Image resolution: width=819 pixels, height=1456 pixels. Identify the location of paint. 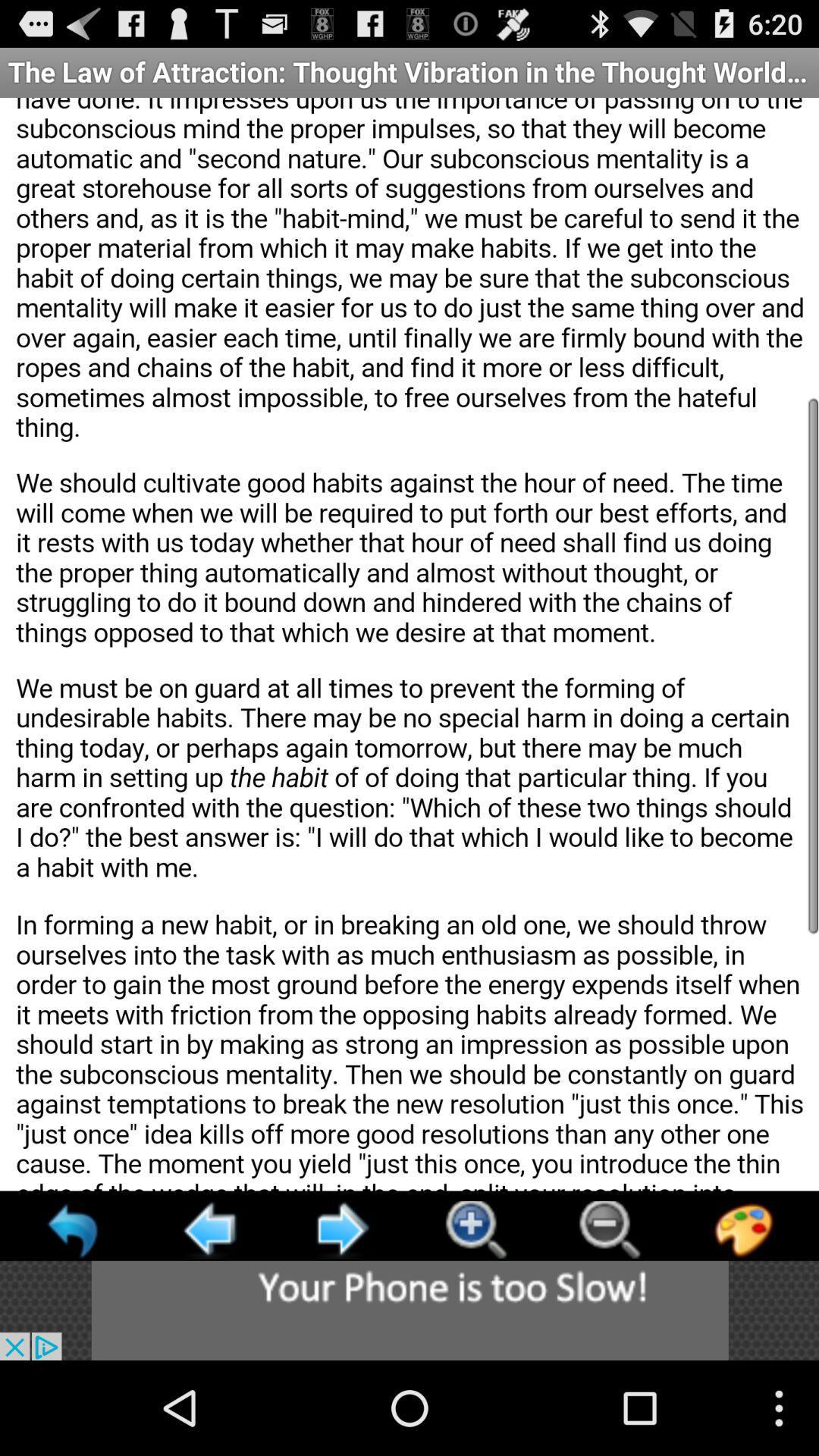
(742, 1229).